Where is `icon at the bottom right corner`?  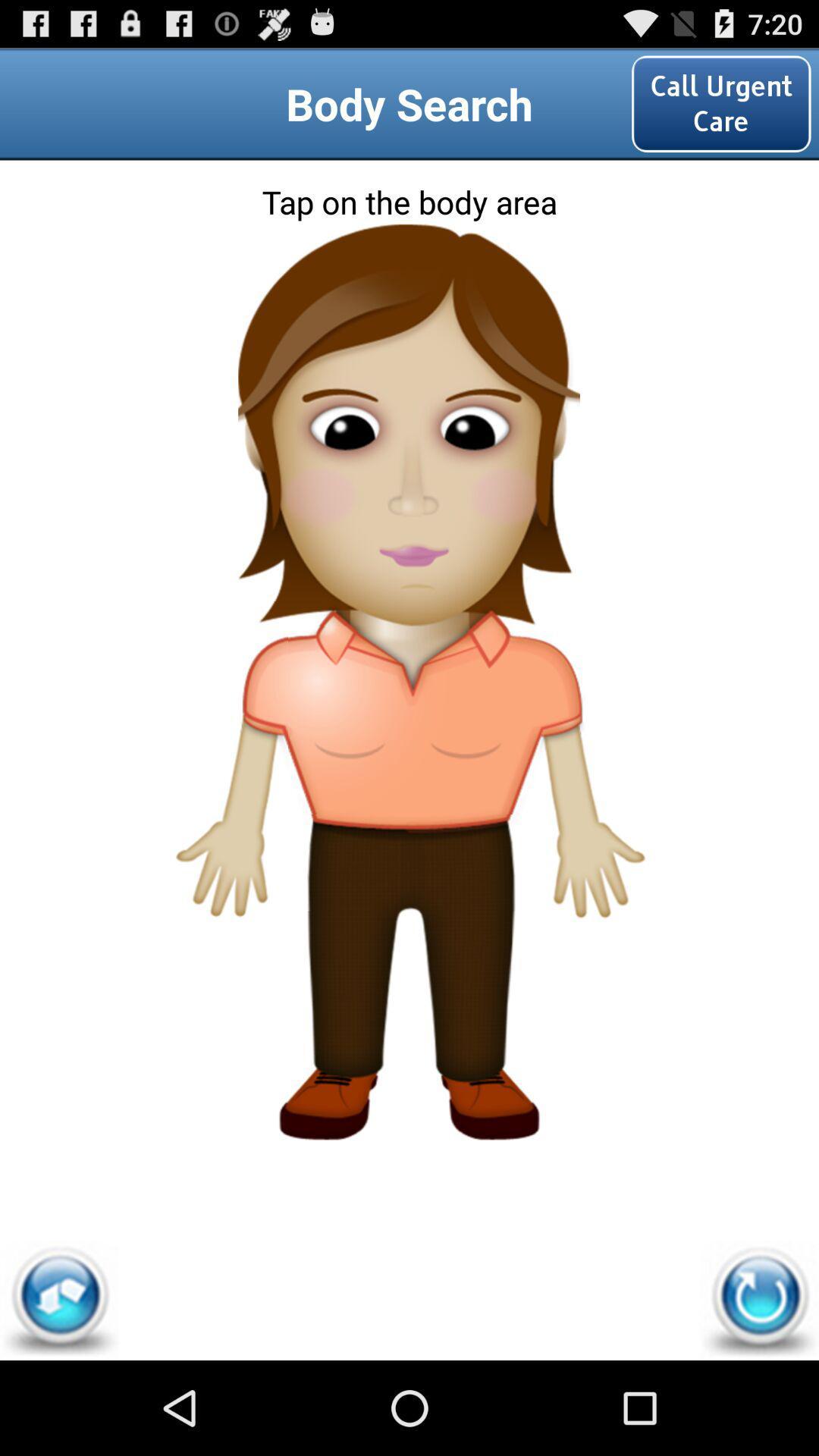
icon at the bottom right corner is located at coordinates (759, 1300).